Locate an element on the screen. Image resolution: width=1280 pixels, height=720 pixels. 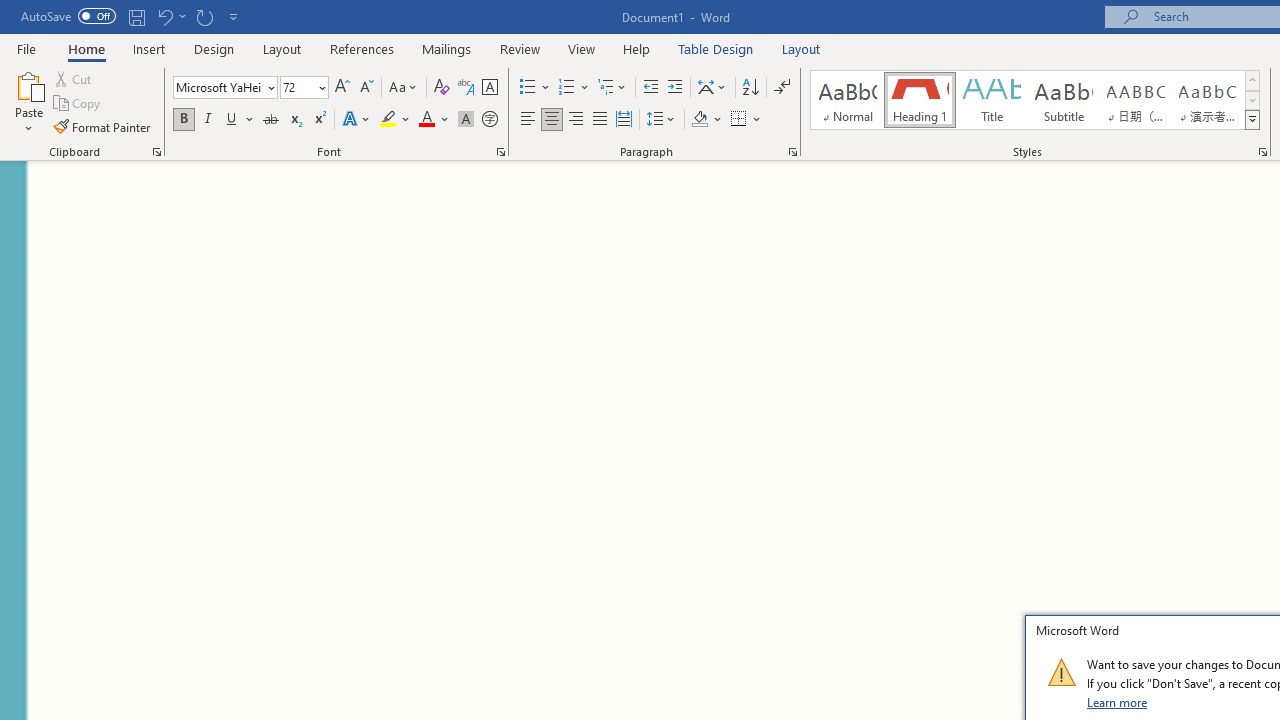
'Center' is located at coordinates (552, 119).